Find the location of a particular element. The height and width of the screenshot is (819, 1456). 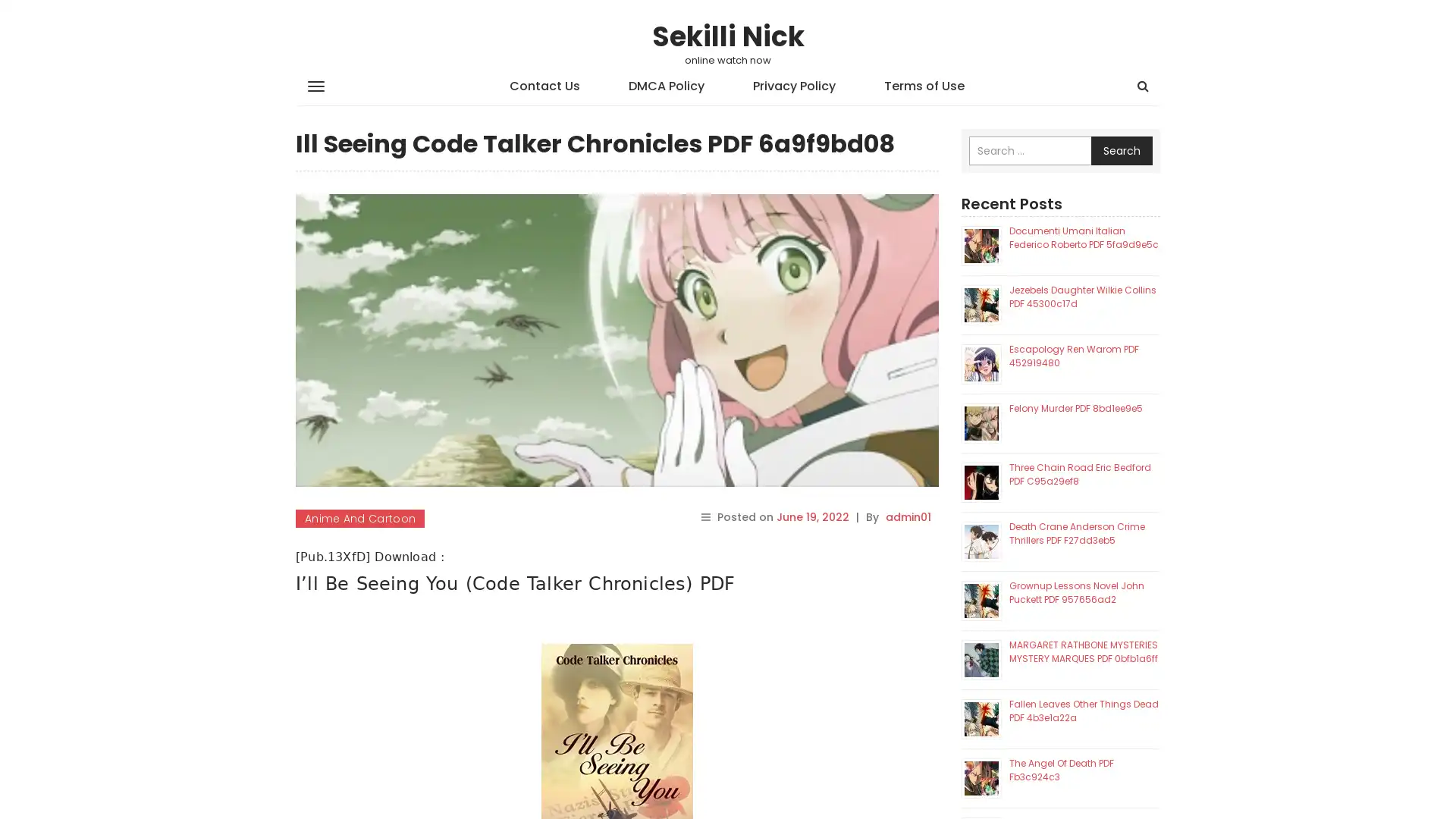

Search is located at coordinates (1122, 151).